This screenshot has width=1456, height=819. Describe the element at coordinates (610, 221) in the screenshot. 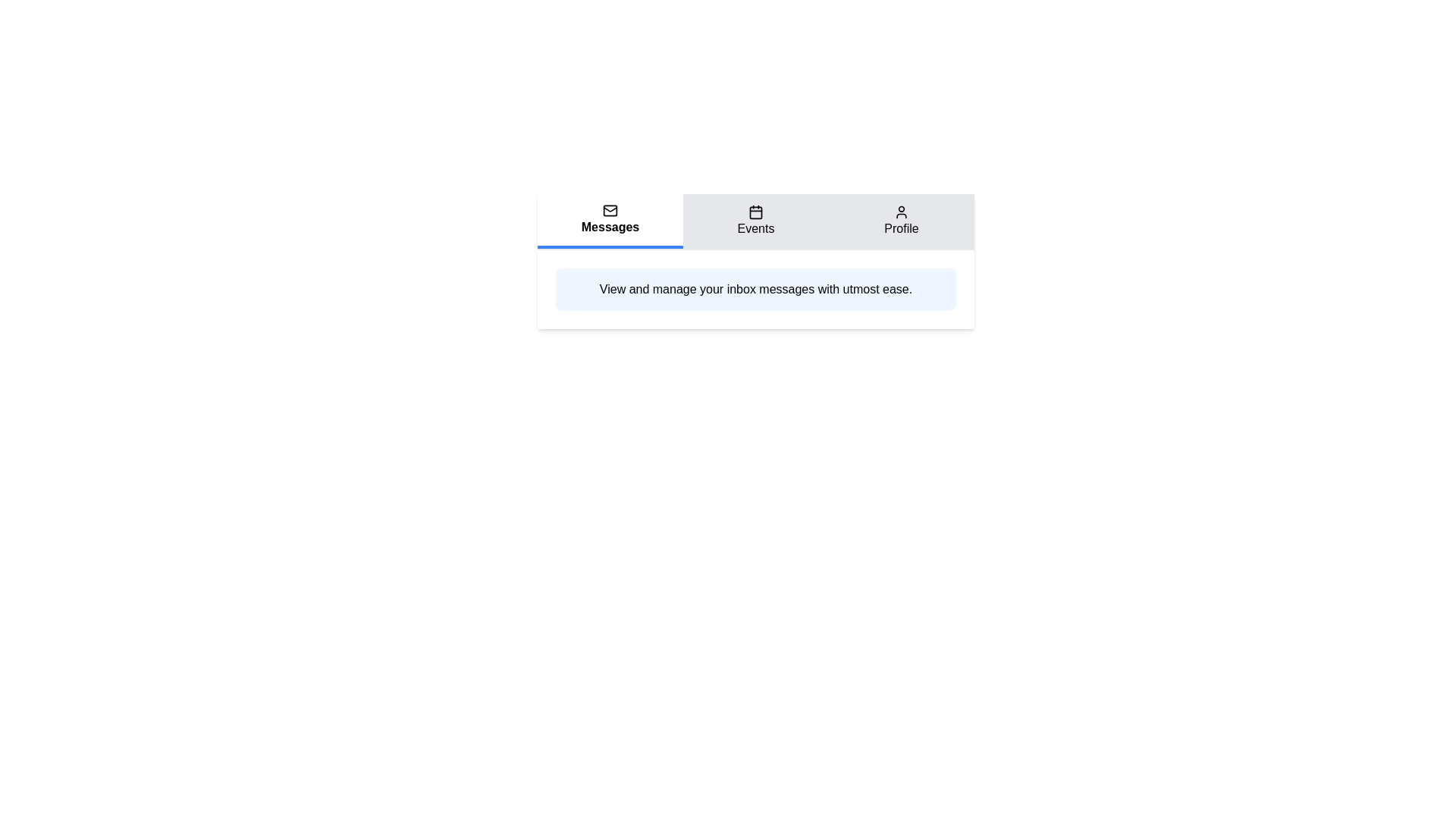

I see `the Messages tab by clicking on its title or icon` at that location.